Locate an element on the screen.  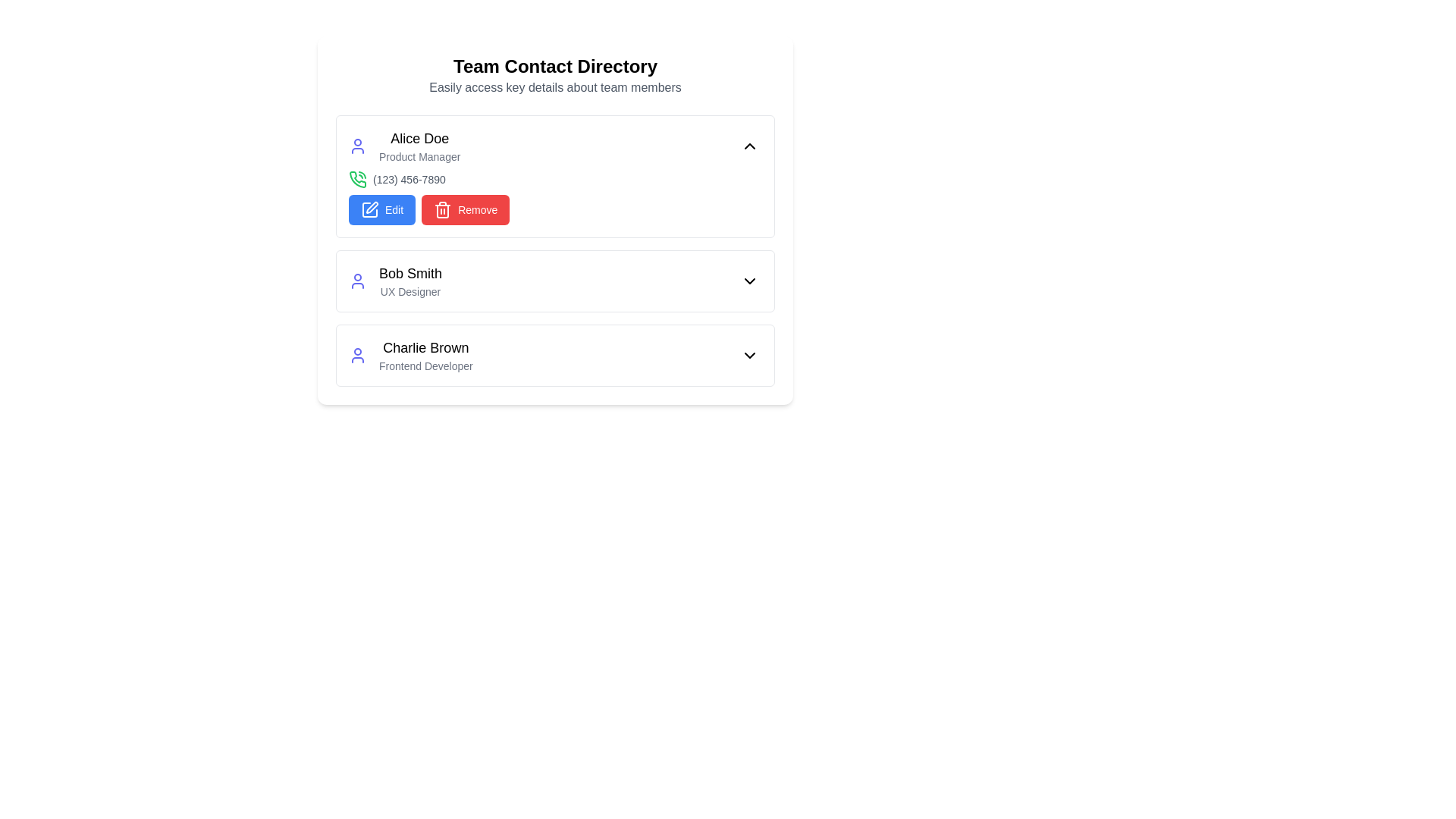
the Profile information display, which is the first profile entry in the contact directory interface, centrally positioned with a profile icon to the left is located at coordinates (404, 146).